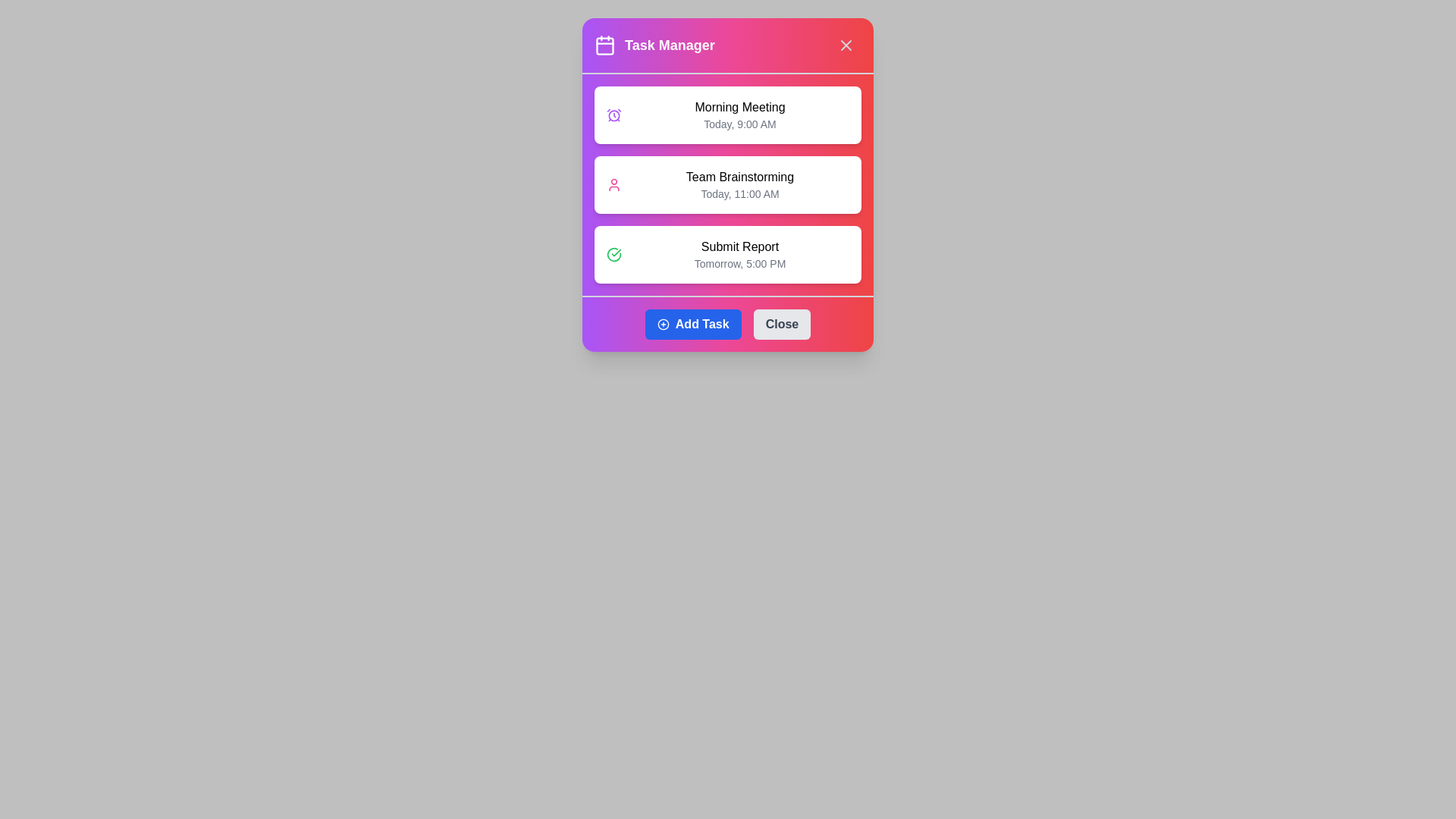  Describe the element at coordinates (739, 114) in the screenshot. I see `the 'Morning Meeting' title and description block, which is the first entry in a vertical list within the Task Manager window, located right of a purple clock icon` at that location.